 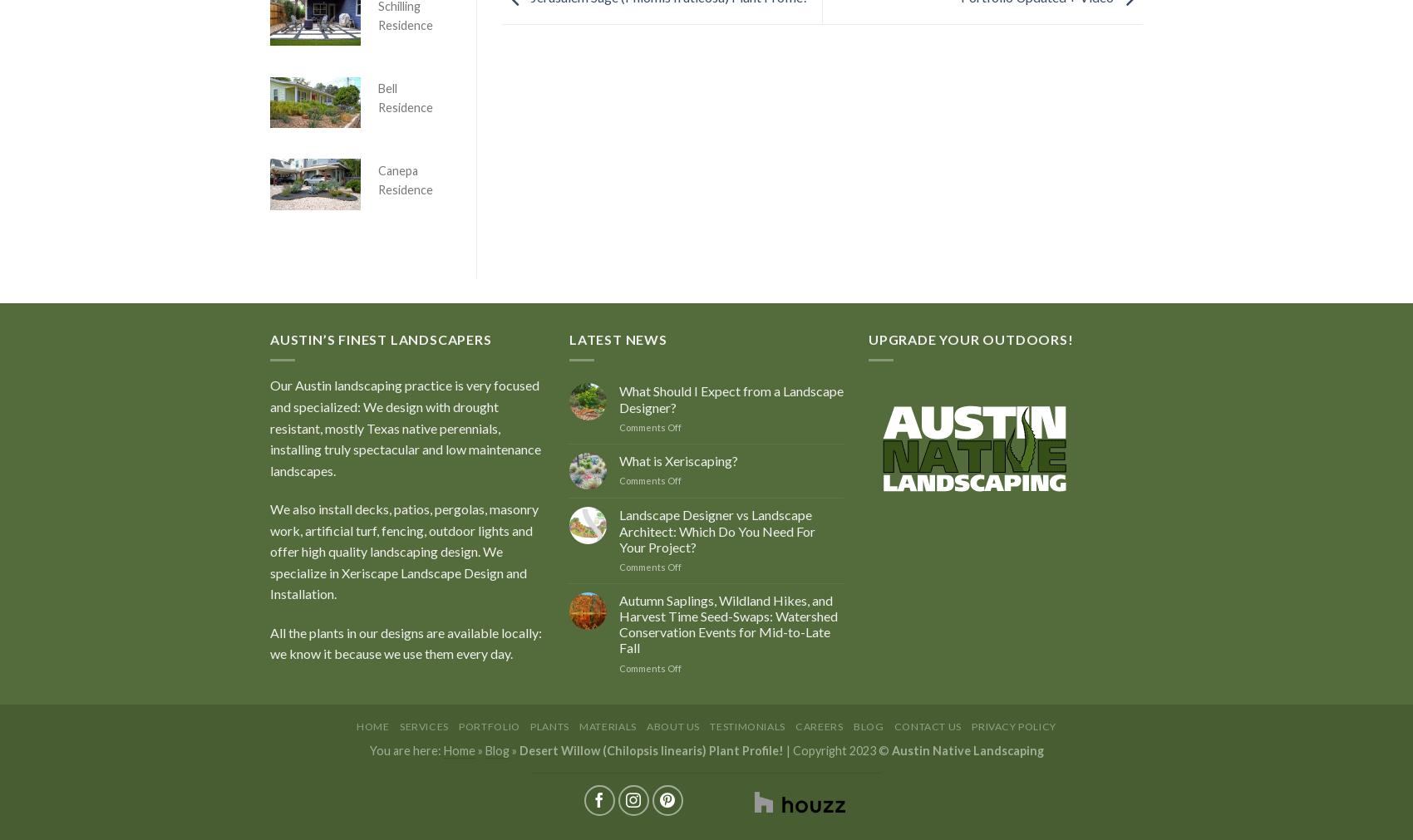 I want to click on 'Contact Us', so click(x=927, y=725).